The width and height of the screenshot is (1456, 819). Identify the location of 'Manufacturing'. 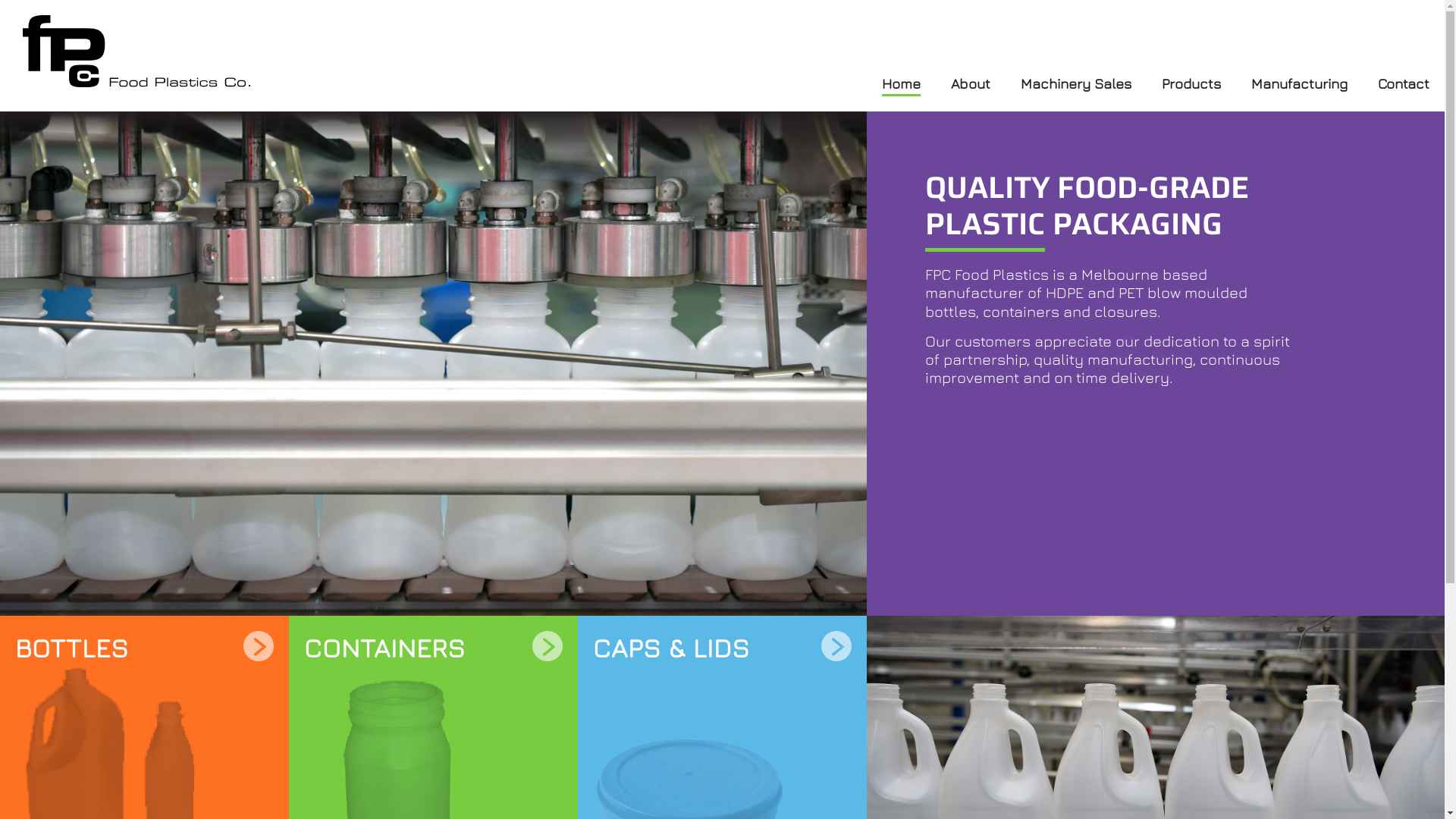
(1298, 84).